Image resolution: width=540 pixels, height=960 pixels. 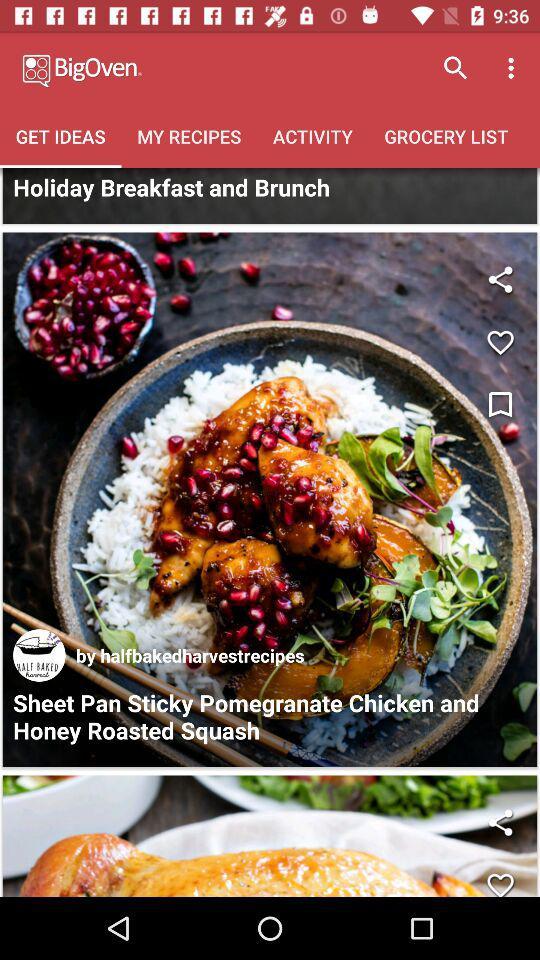 I want to click on search button, so click(x=456, y=68).